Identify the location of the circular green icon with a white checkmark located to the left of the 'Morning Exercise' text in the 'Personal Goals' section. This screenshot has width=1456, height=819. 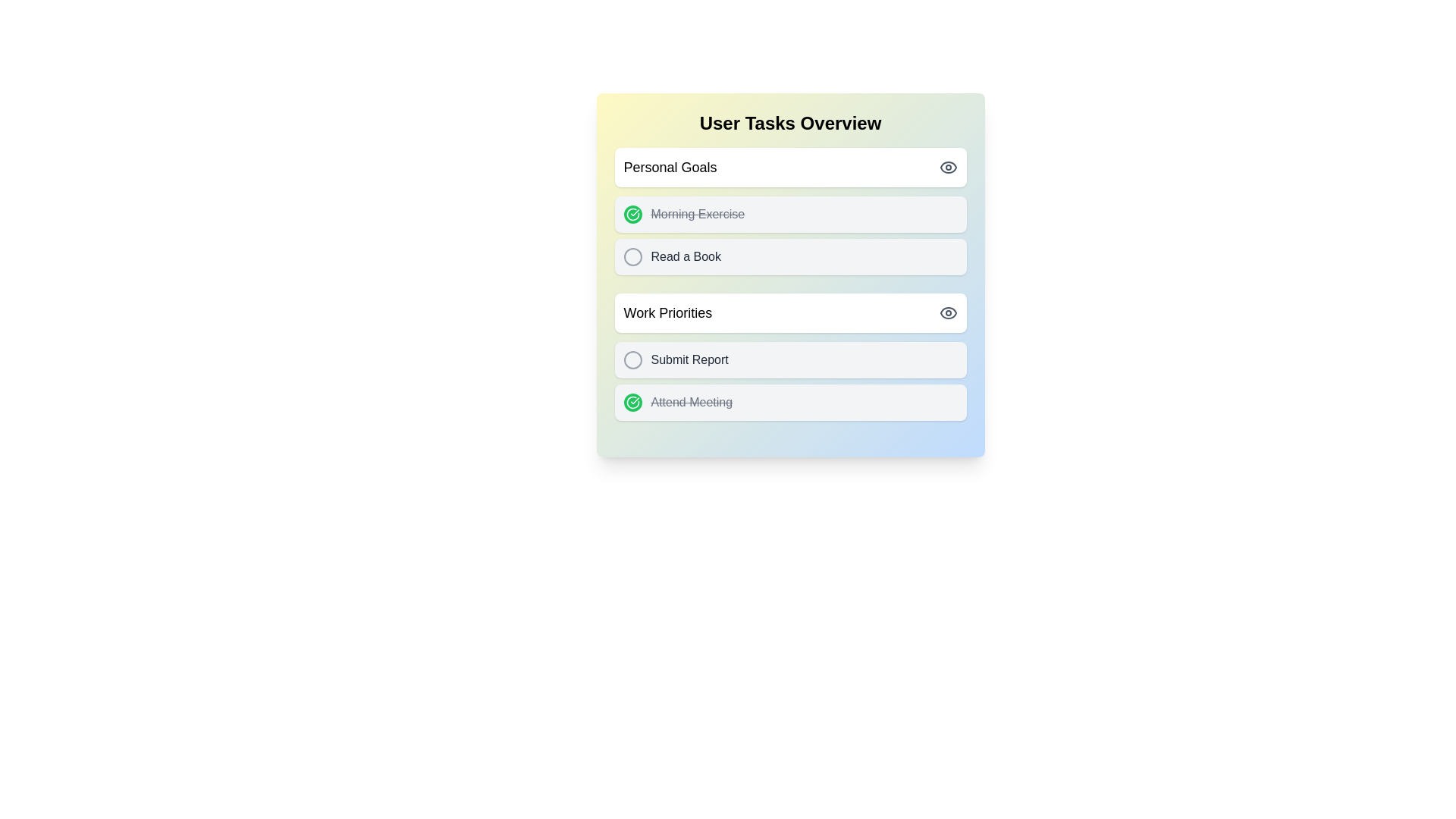
(632, 214).